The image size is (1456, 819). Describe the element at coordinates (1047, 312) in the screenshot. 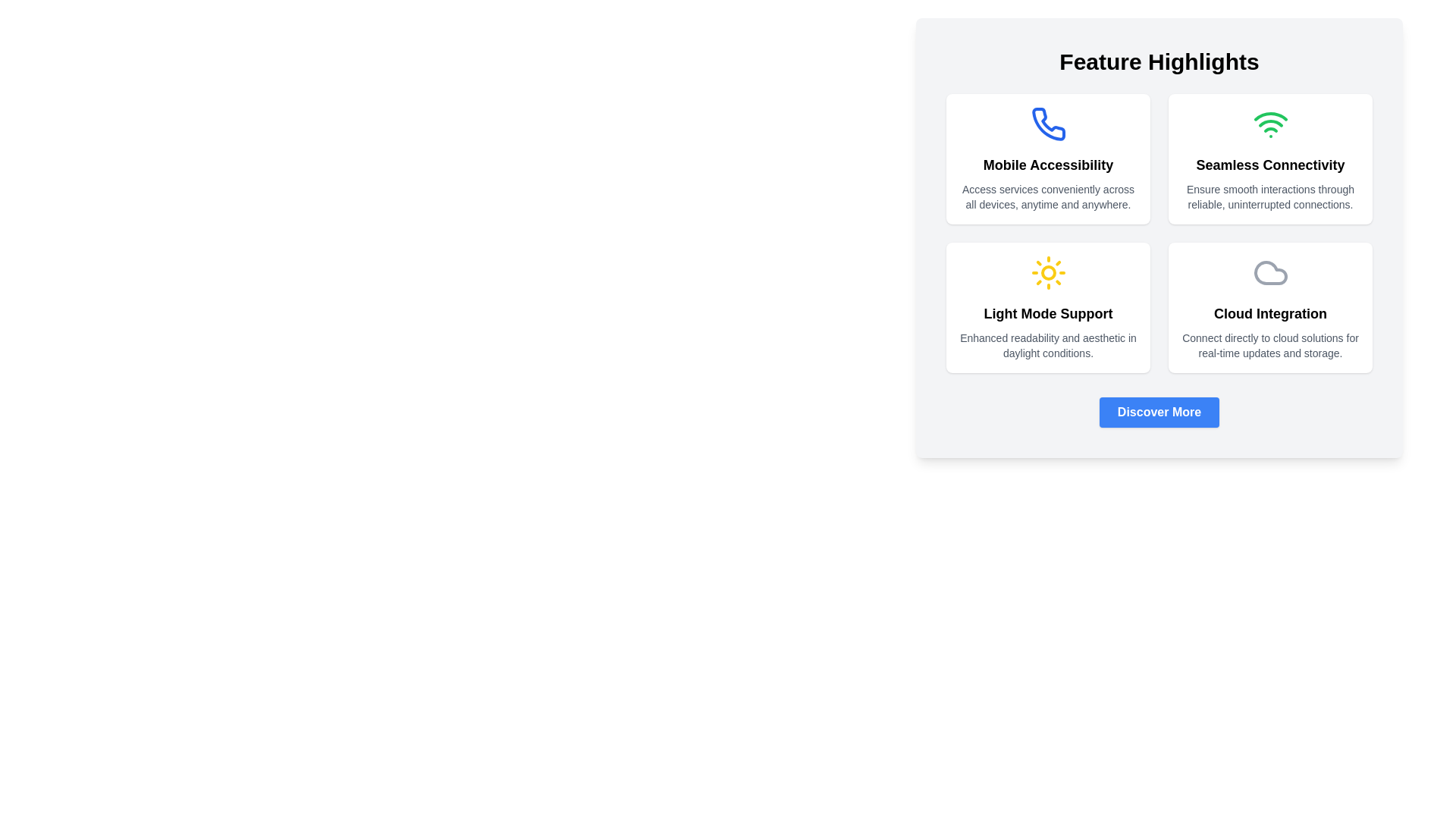

I see `the text label that introduces the feature 'Light Mode Support' located in the bottom-left panel of the grid` at that location.